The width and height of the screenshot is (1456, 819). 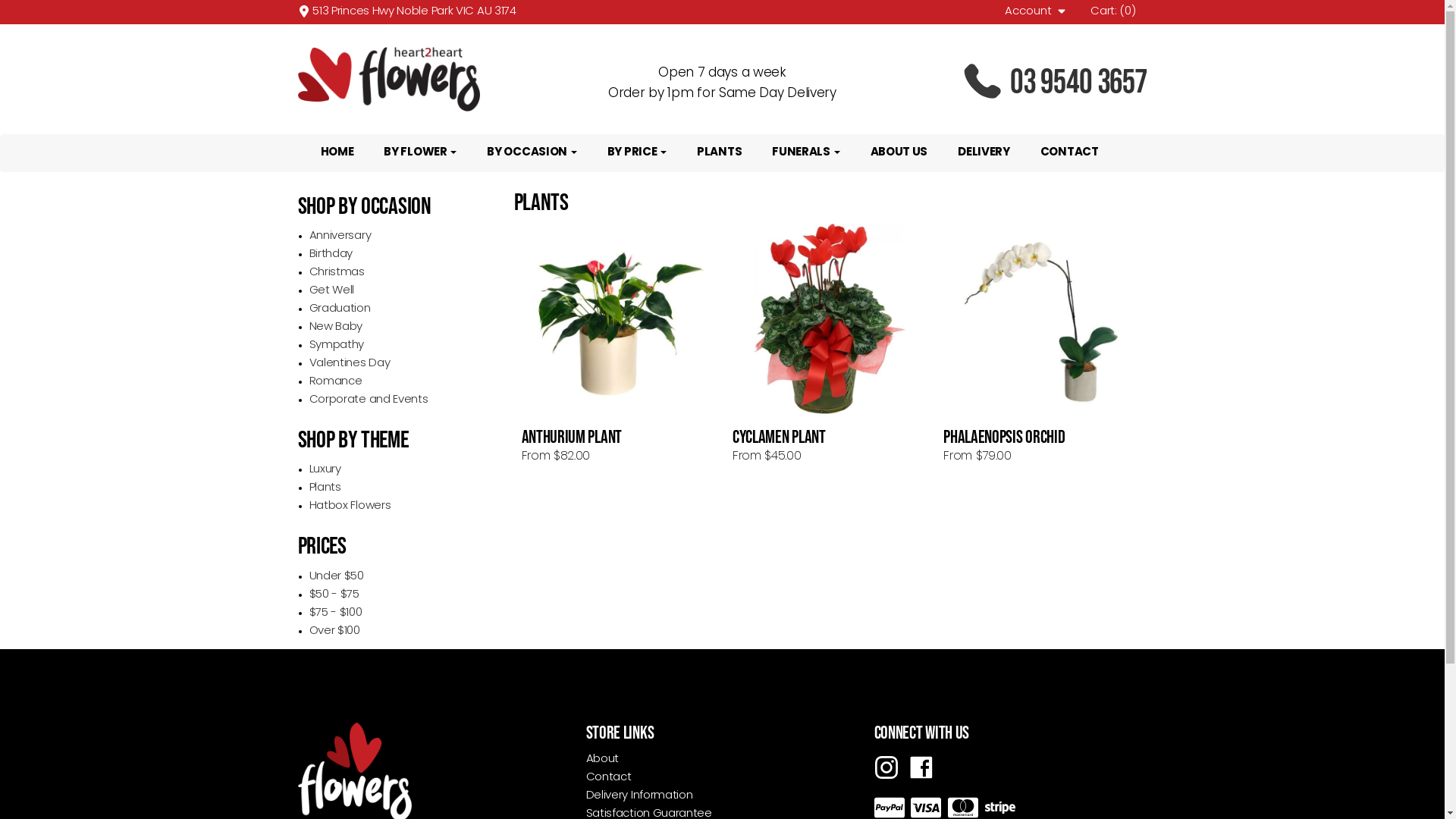 I want to click on 'Cart: (0)', so click(x=1090, y=11).